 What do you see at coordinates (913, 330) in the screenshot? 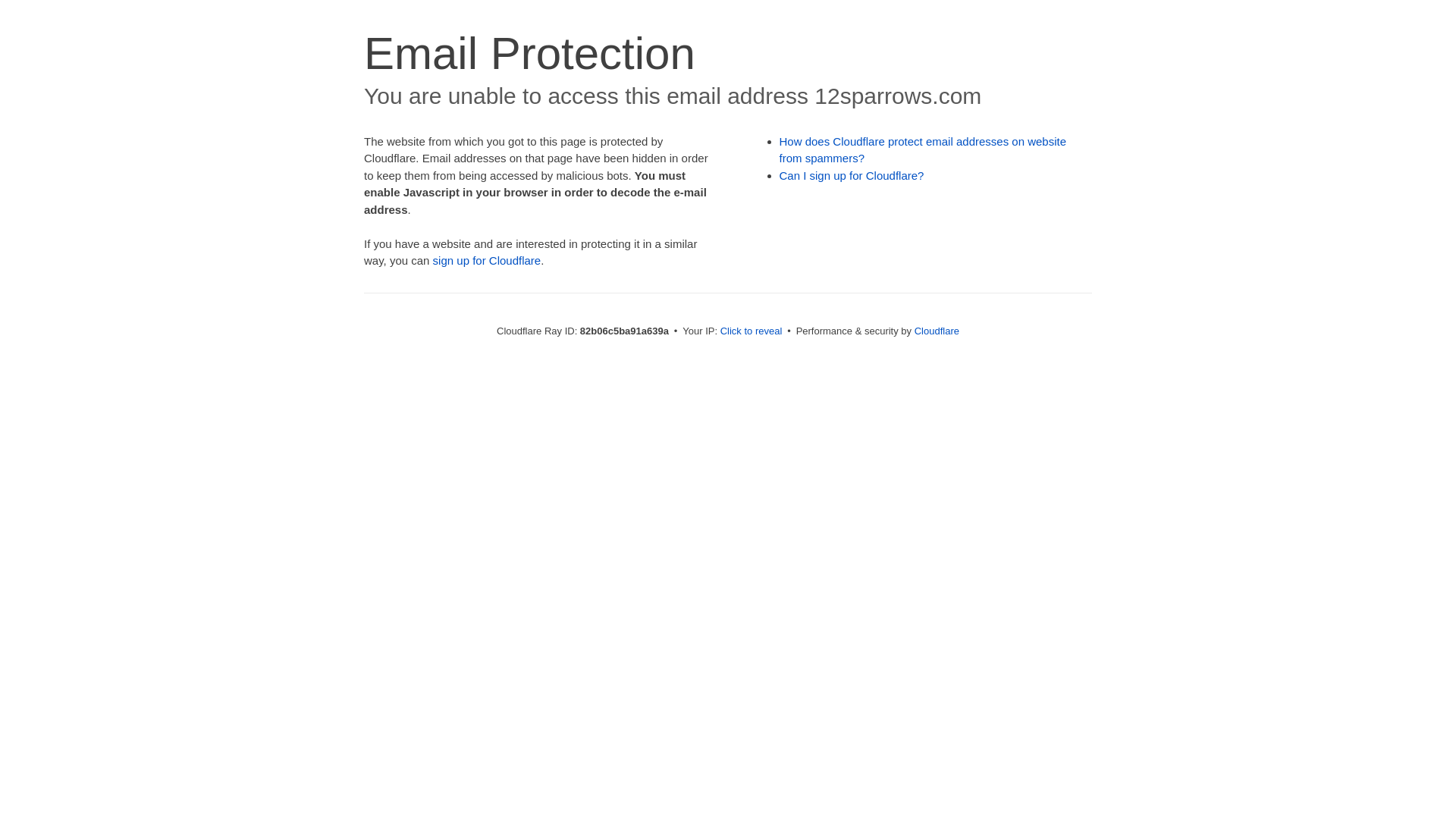
I see `'Cloudflare'` at bounding box center [913, 330].